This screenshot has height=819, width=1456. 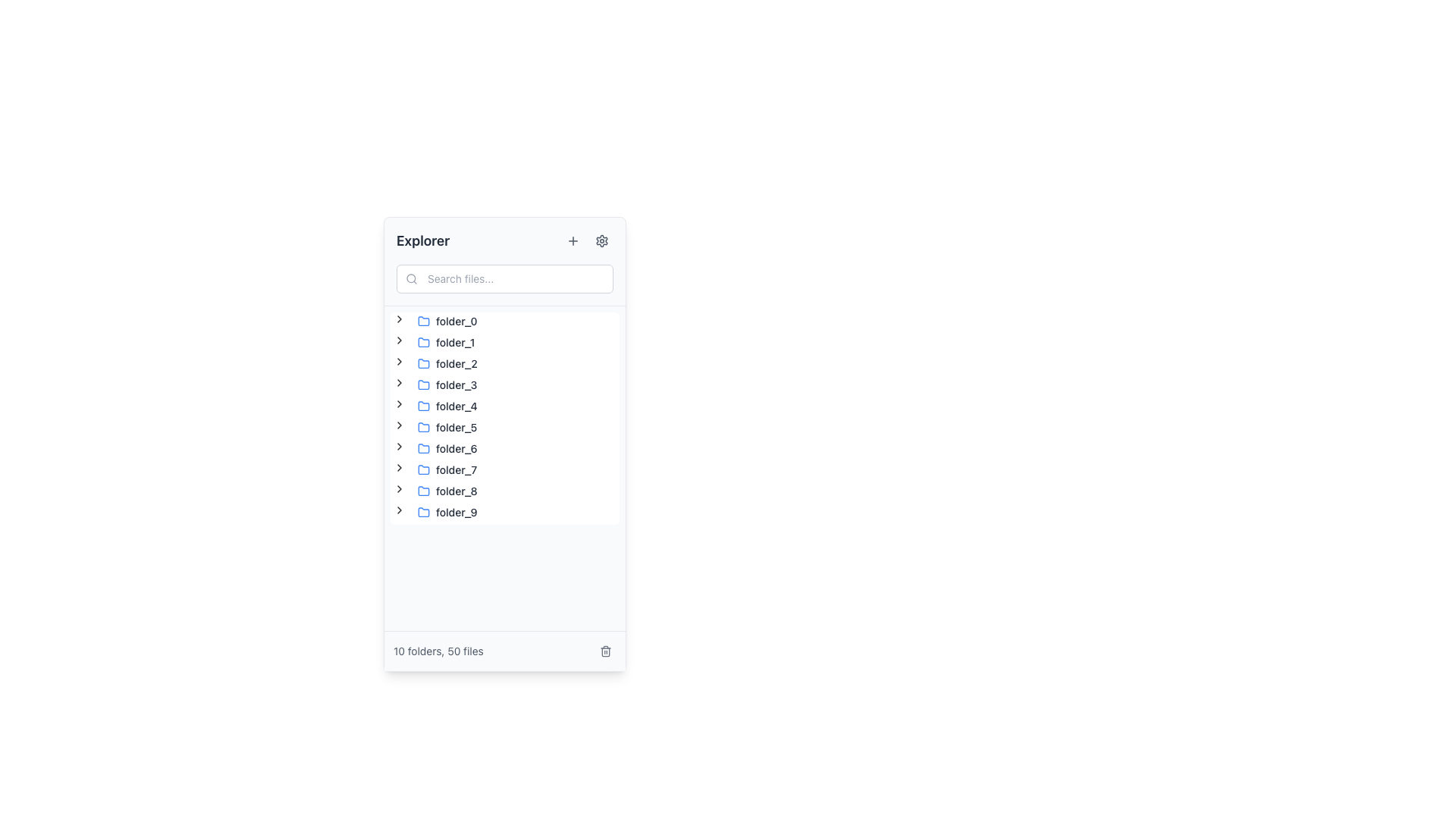 What do you see at coordinates (447, 512) in the screenshot?
I see `the folder entry in the Tree view node located below 'folder_8'` at bounding box center [447, 512].